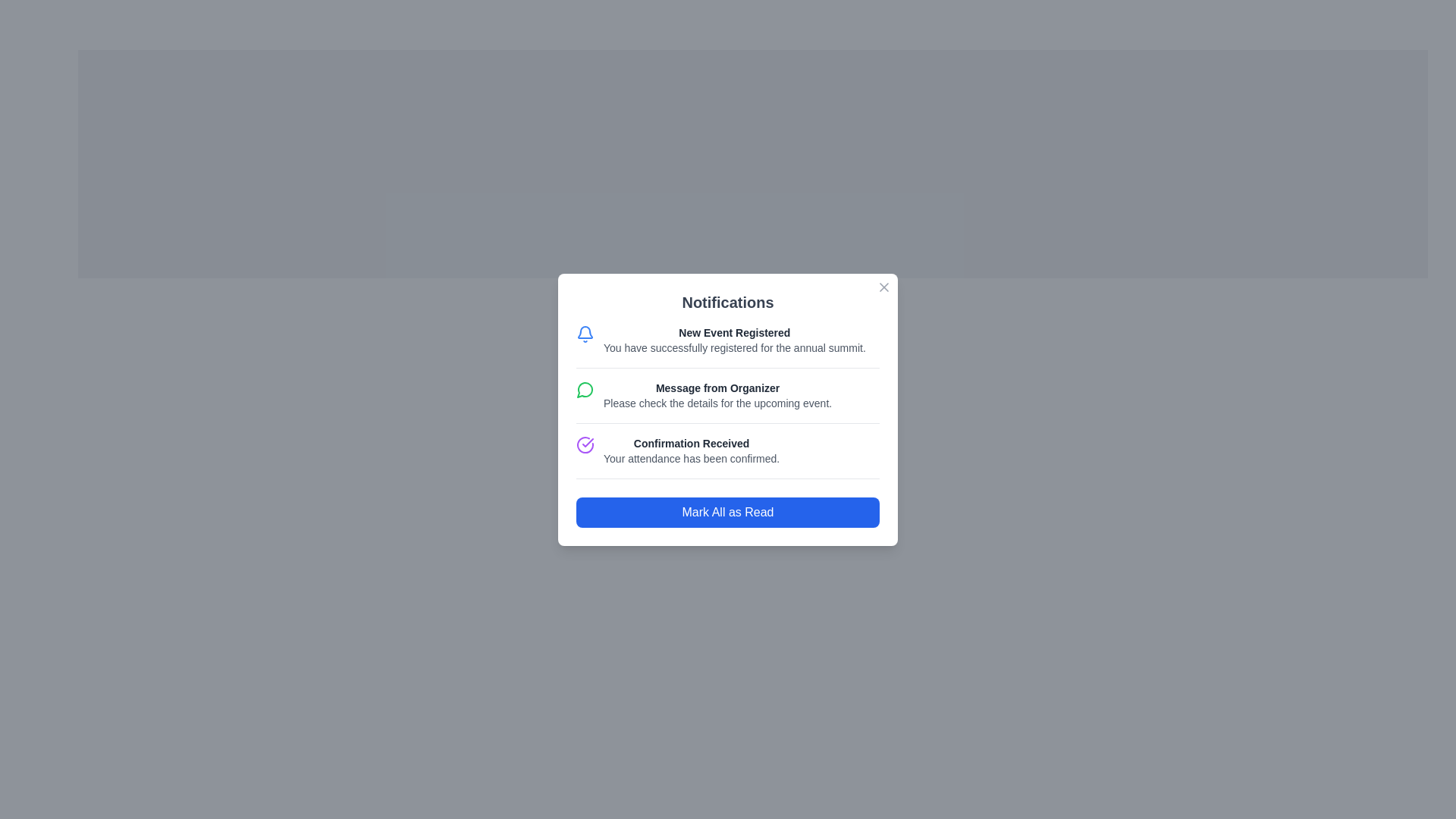 The height and width of the screenshot is (819, 1456). I want to click on the confirmation icon located in the bottom section of the modal, aligned on the left, which indicates a successful confirmation, so click(585, 444).